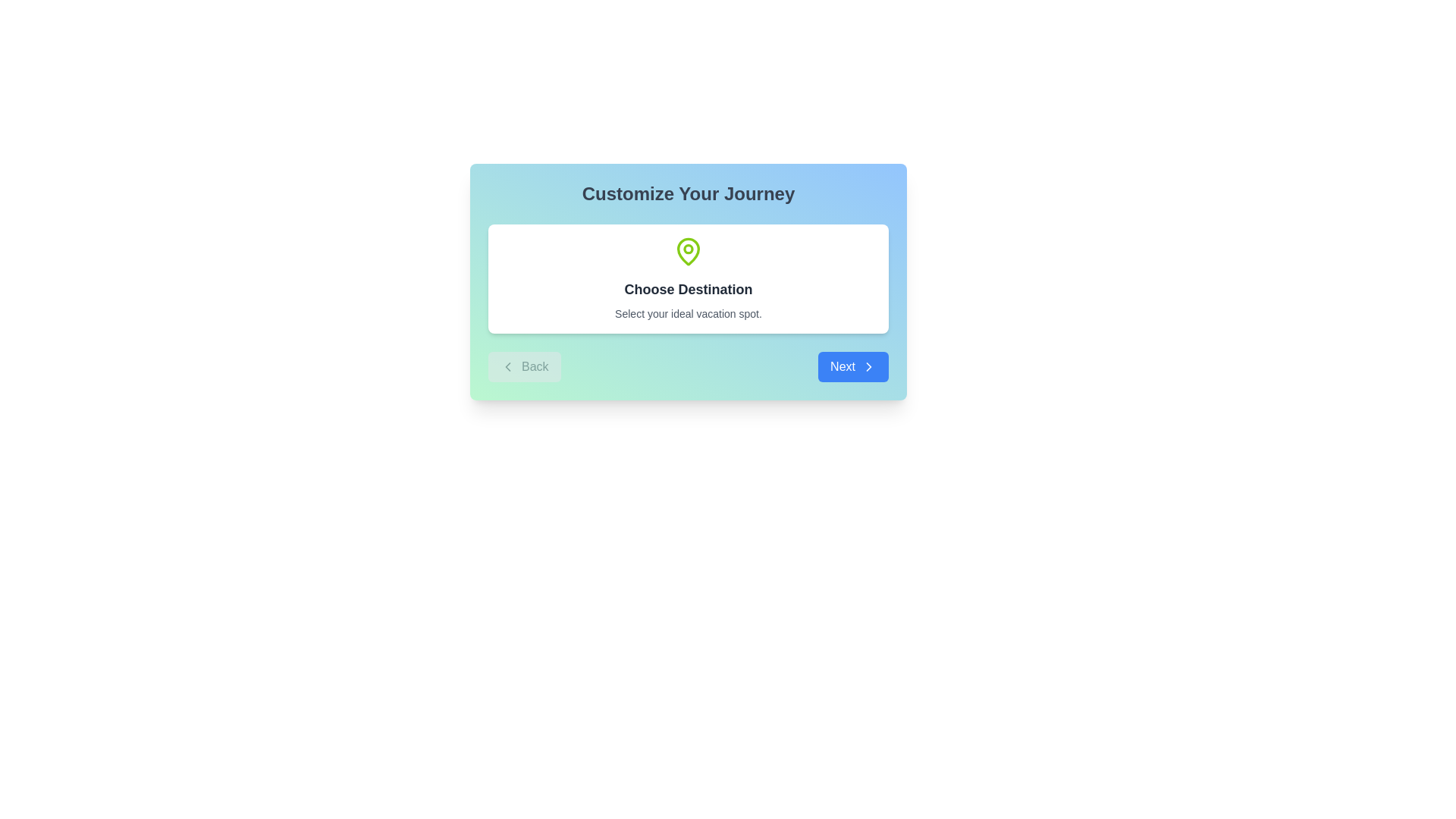  I want to click on the chevron-shaped icon pointing to the right located inside the 'Next' button at the bottom-right corner of the card interface, so click(869, 366).